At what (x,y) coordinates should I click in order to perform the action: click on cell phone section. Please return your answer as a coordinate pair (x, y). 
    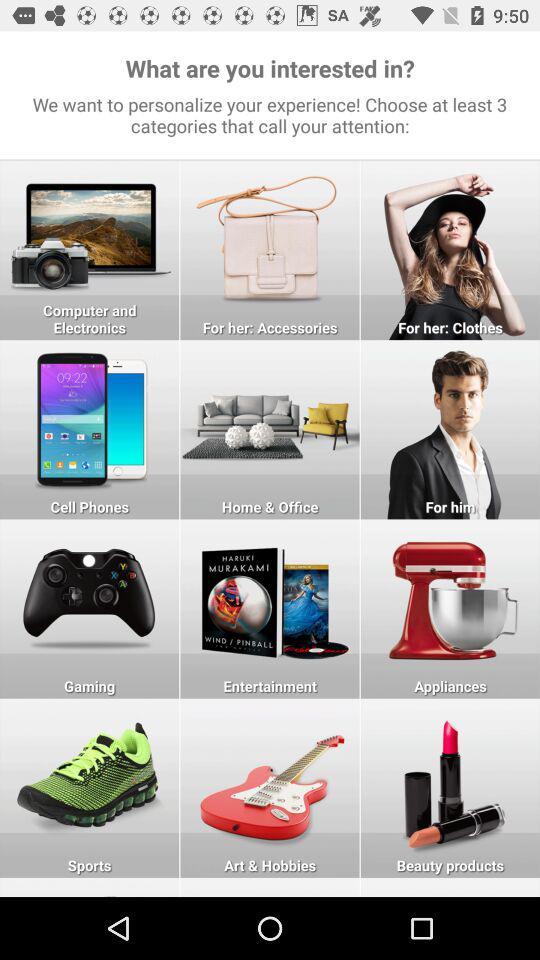
    Looking at the image, I should click on (88, 429).